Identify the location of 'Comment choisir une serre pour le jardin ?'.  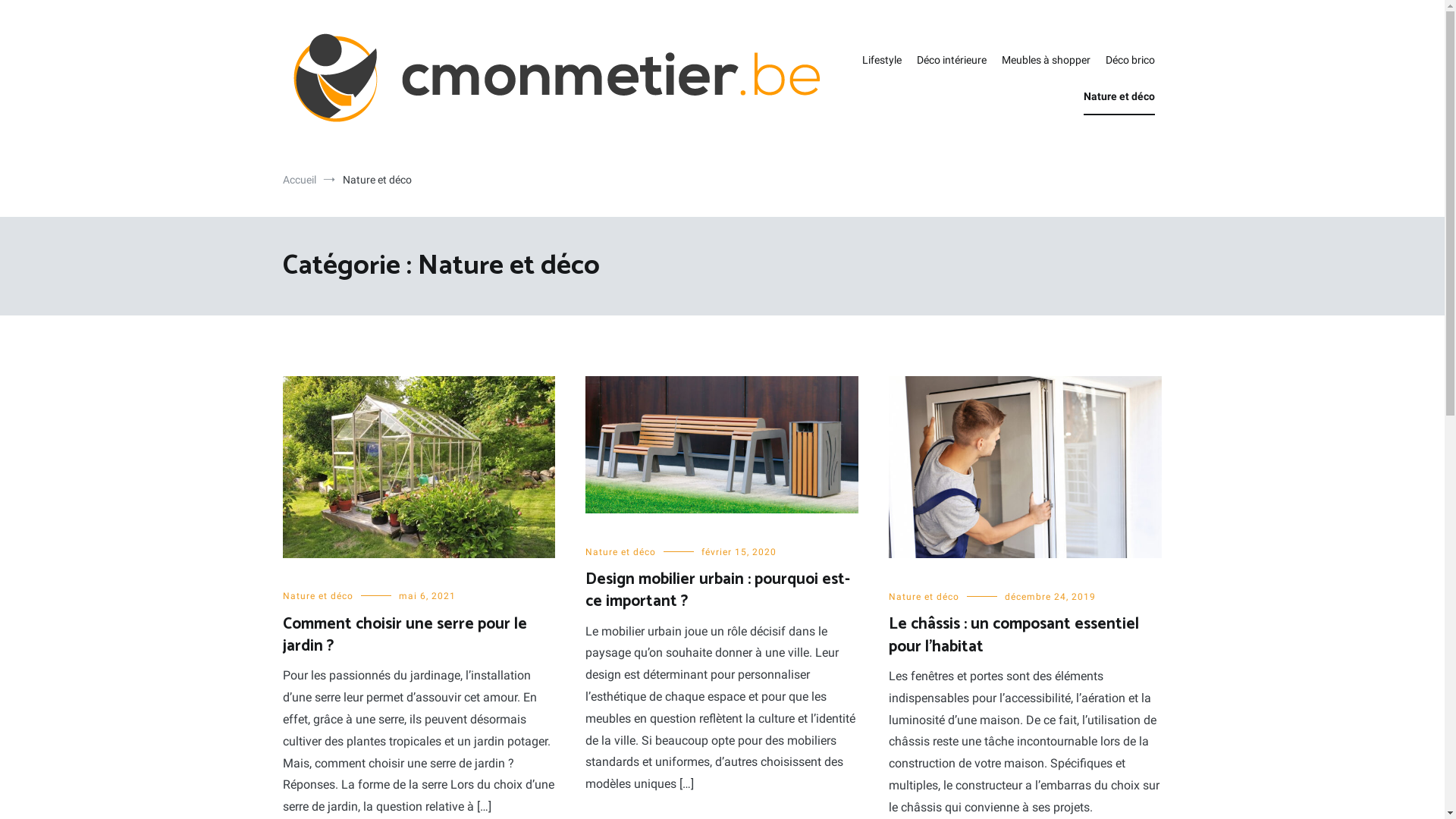
(403, 635).